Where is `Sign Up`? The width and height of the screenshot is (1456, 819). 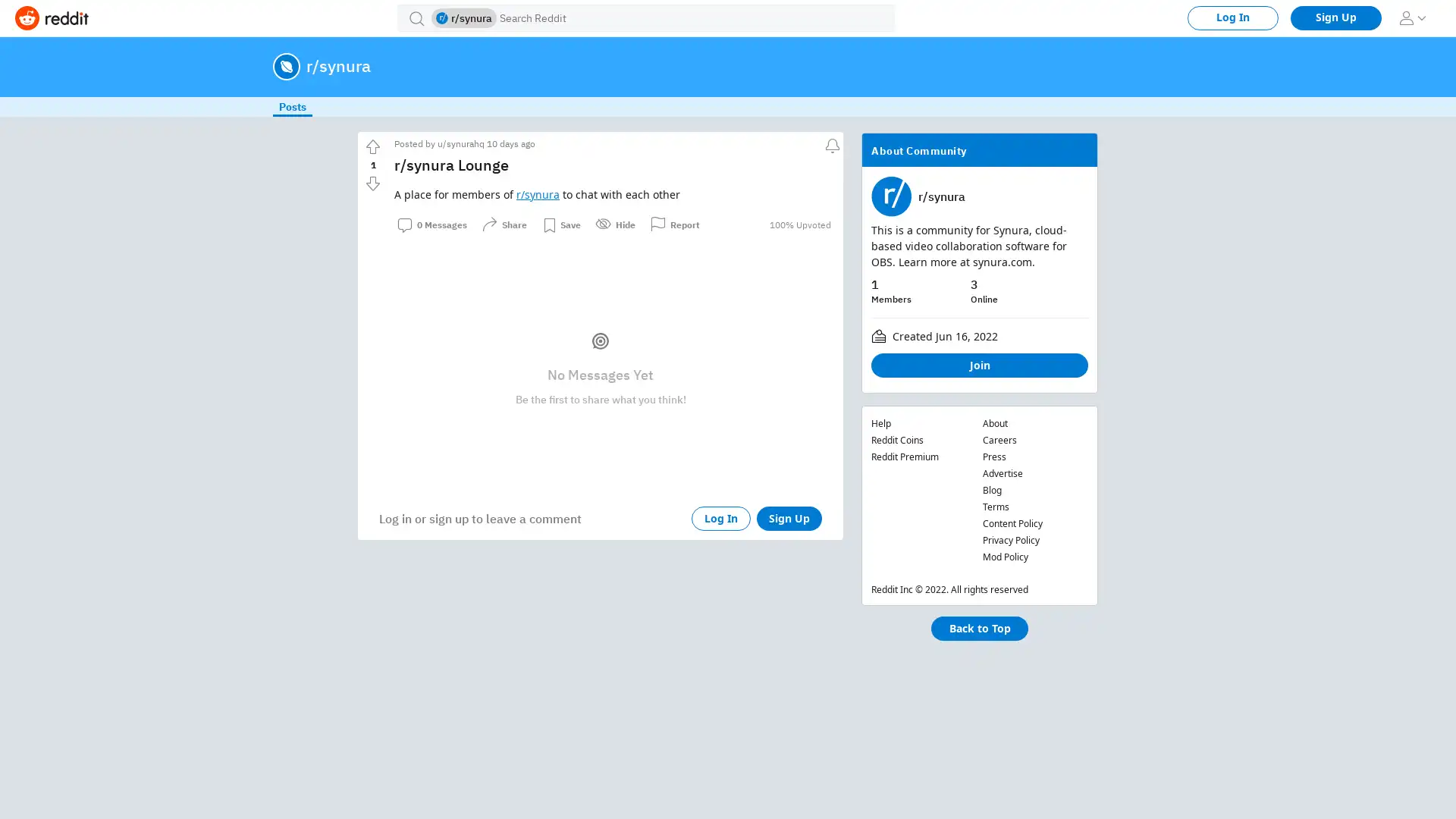
Sign Up is located at coordinates (1335, 17).